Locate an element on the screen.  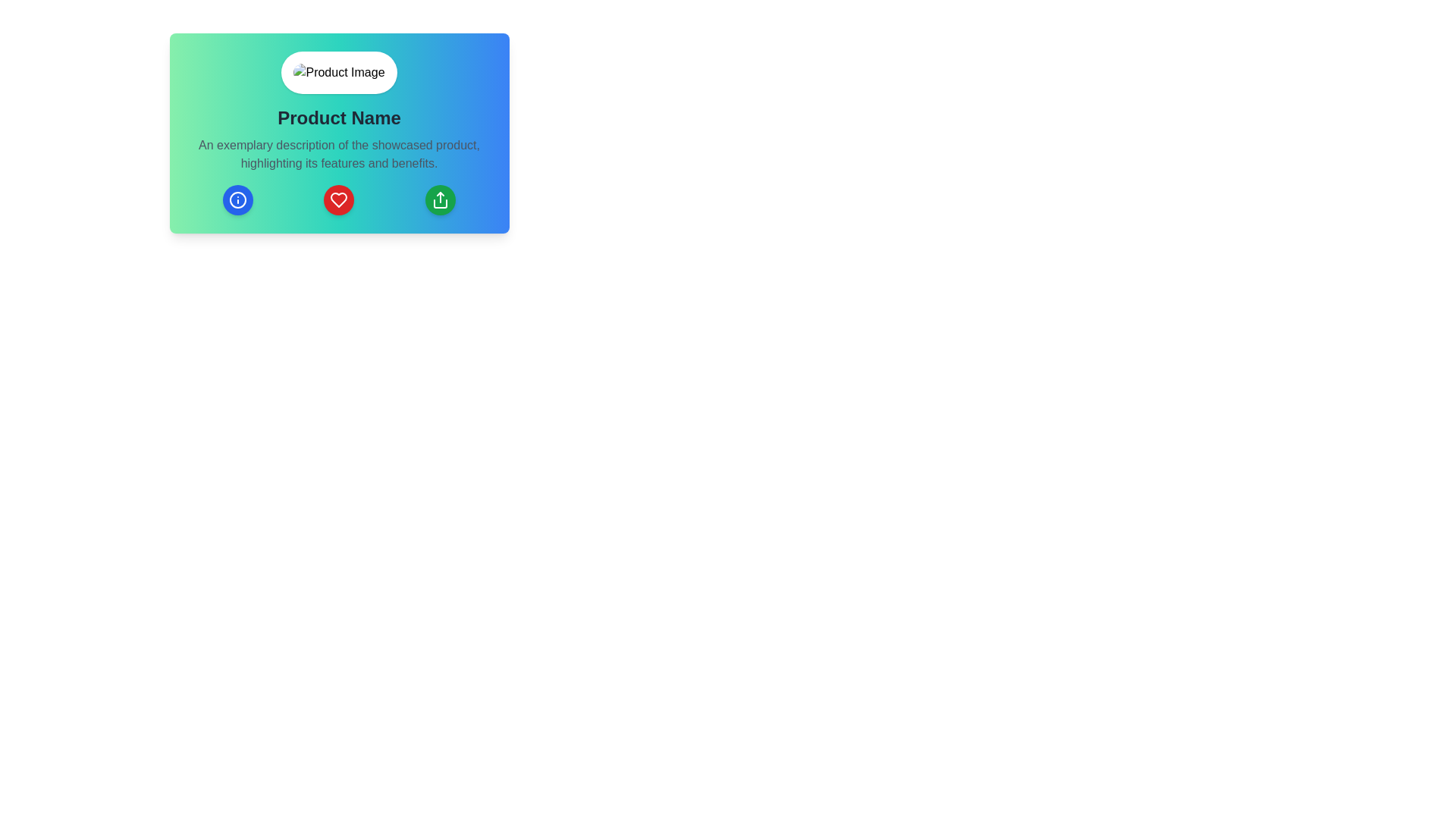
the information icon located in the bottom left quadrant of the card is located at coordinates (237, 199).